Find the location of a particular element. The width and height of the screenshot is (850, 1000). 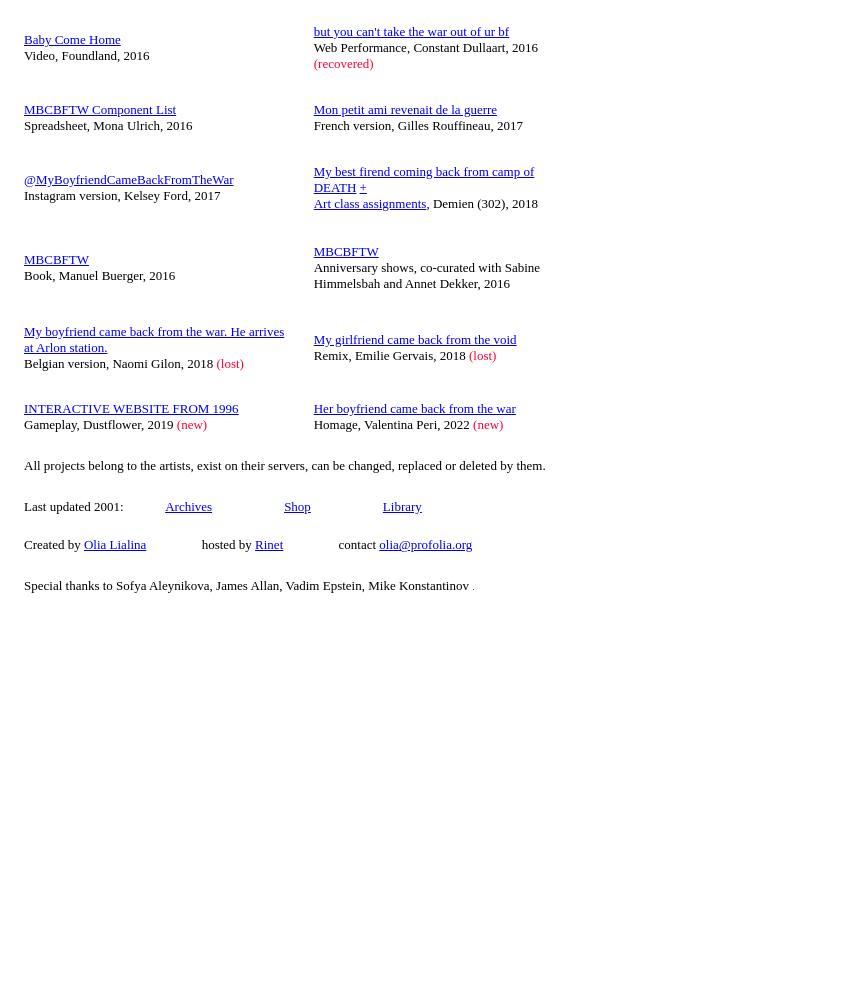

'Last updated 2001:' is located at coordinates (93, 505).